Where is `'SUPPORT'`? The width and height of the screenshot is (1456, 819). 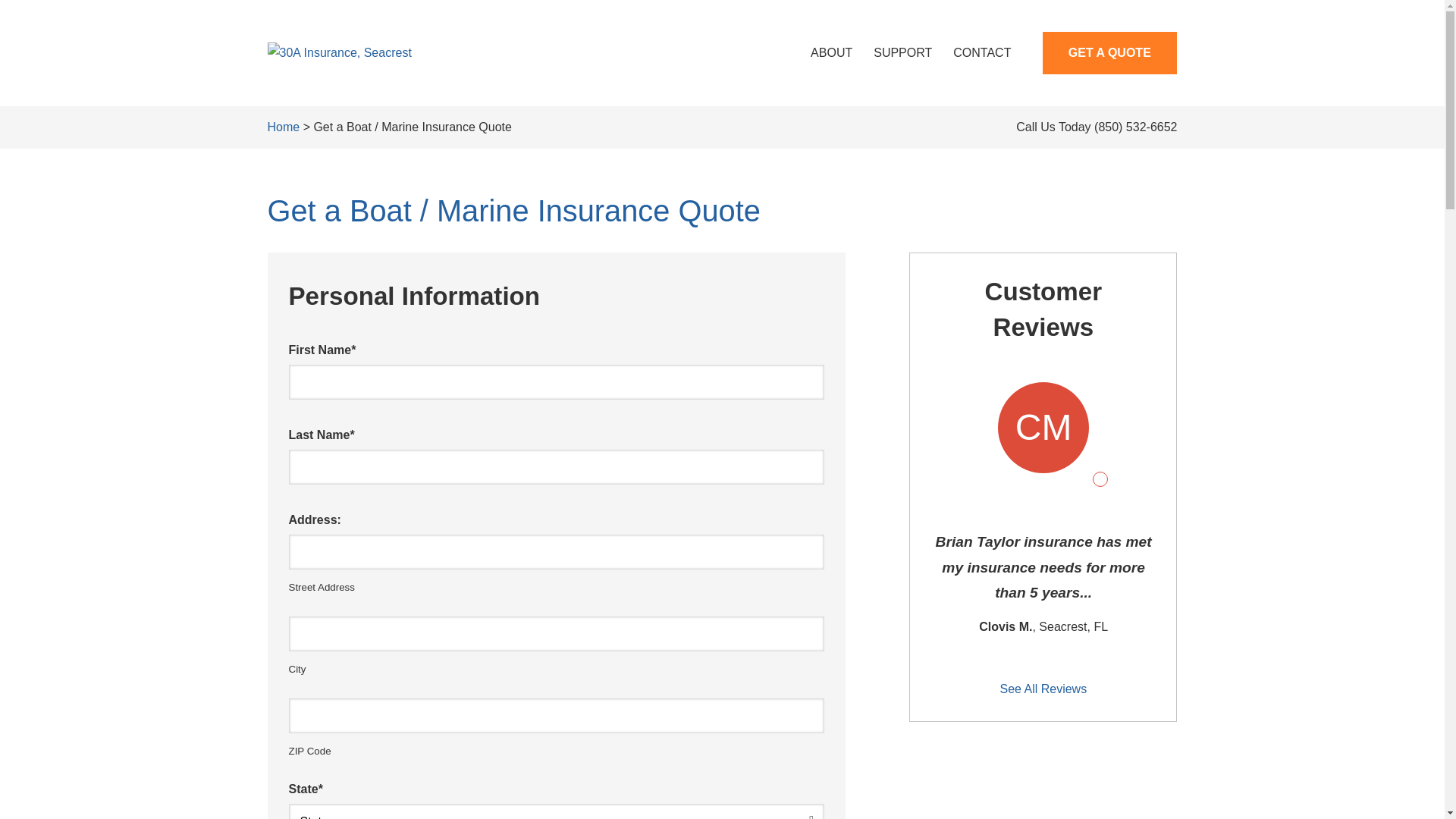
'SUPPORT' is located at coordinates (902, 52).